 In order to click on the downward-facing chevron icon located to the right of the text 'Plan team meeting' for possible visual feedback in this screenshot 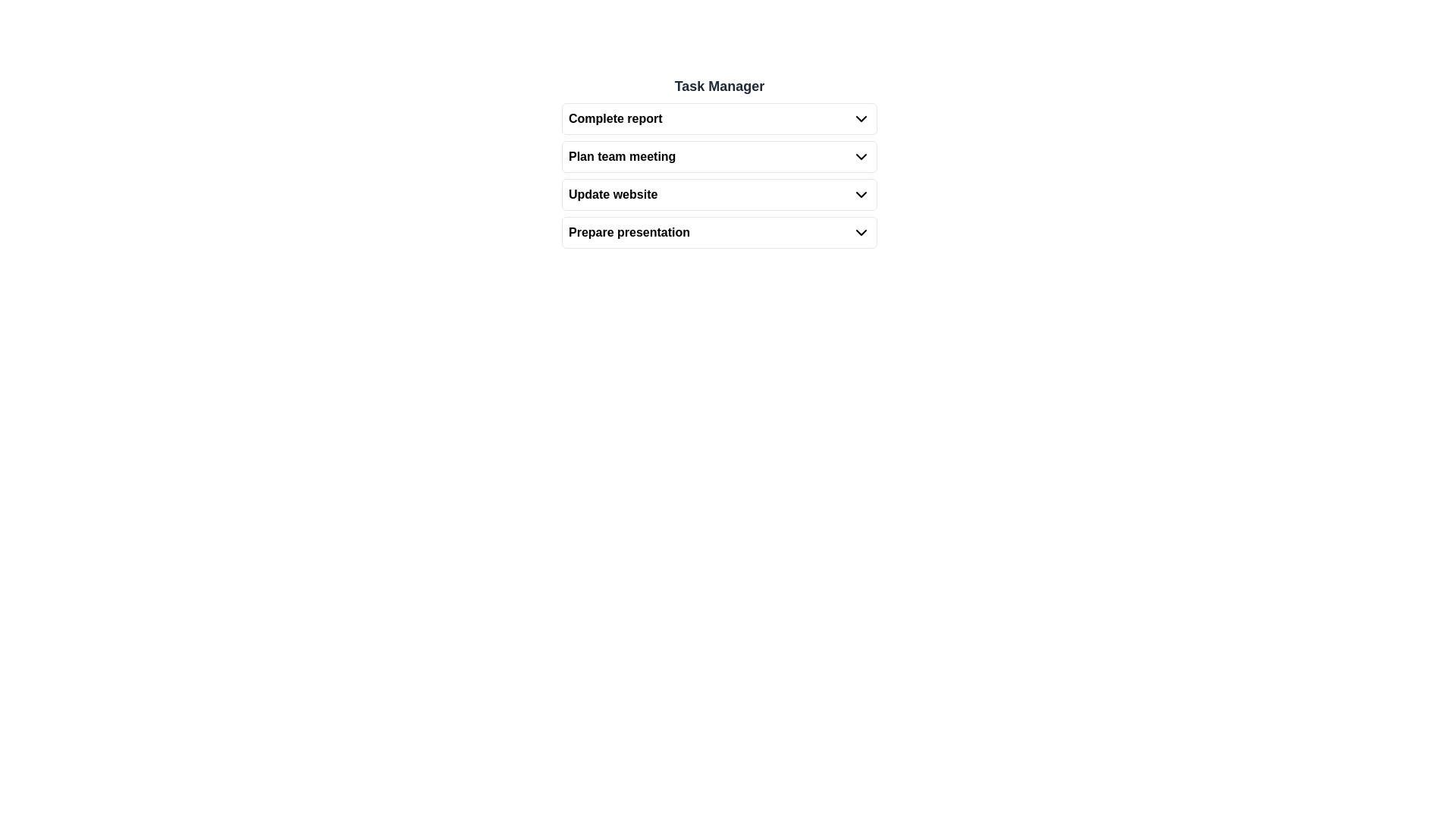, I will do `click(861, 157)`.